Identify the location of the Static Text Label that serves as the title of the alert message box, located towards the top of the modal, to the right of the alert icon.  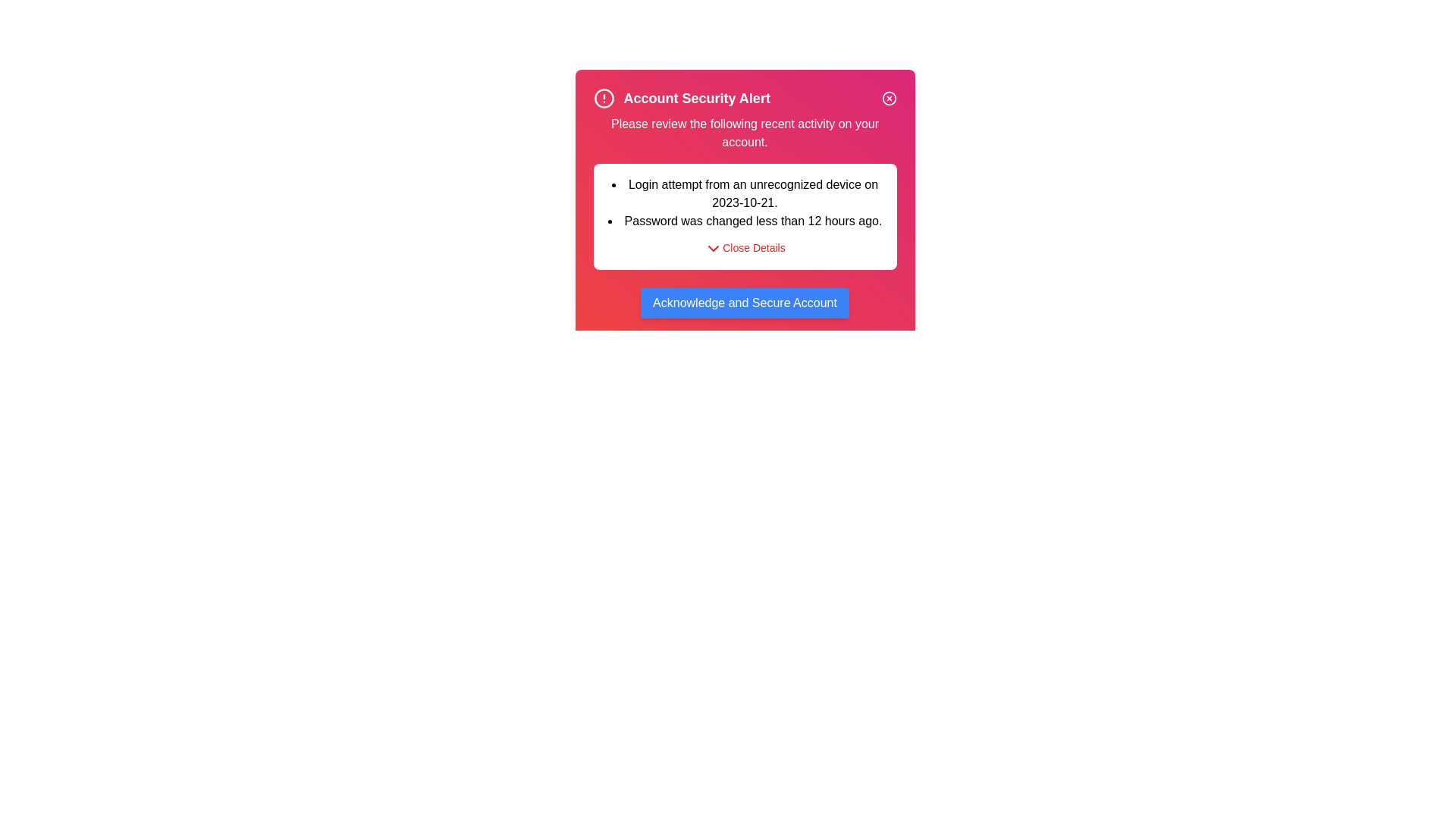
(696, 99).